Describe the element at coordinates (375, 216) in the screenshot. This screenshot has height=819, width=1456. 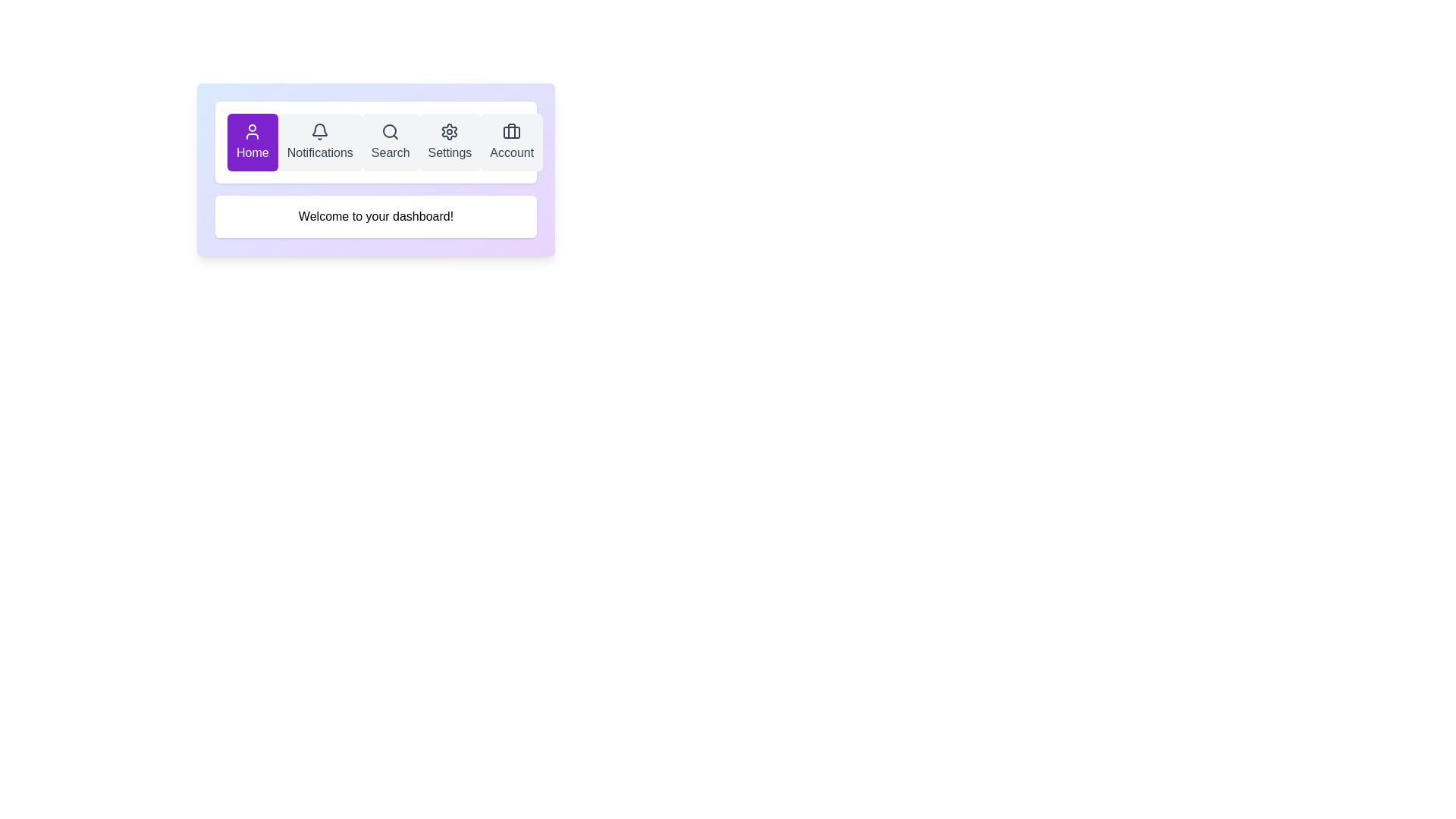
I see `the static text block displaying 'Welcome to your dashboard!' which is centrally aligned beneath the navigation bar` at that location.